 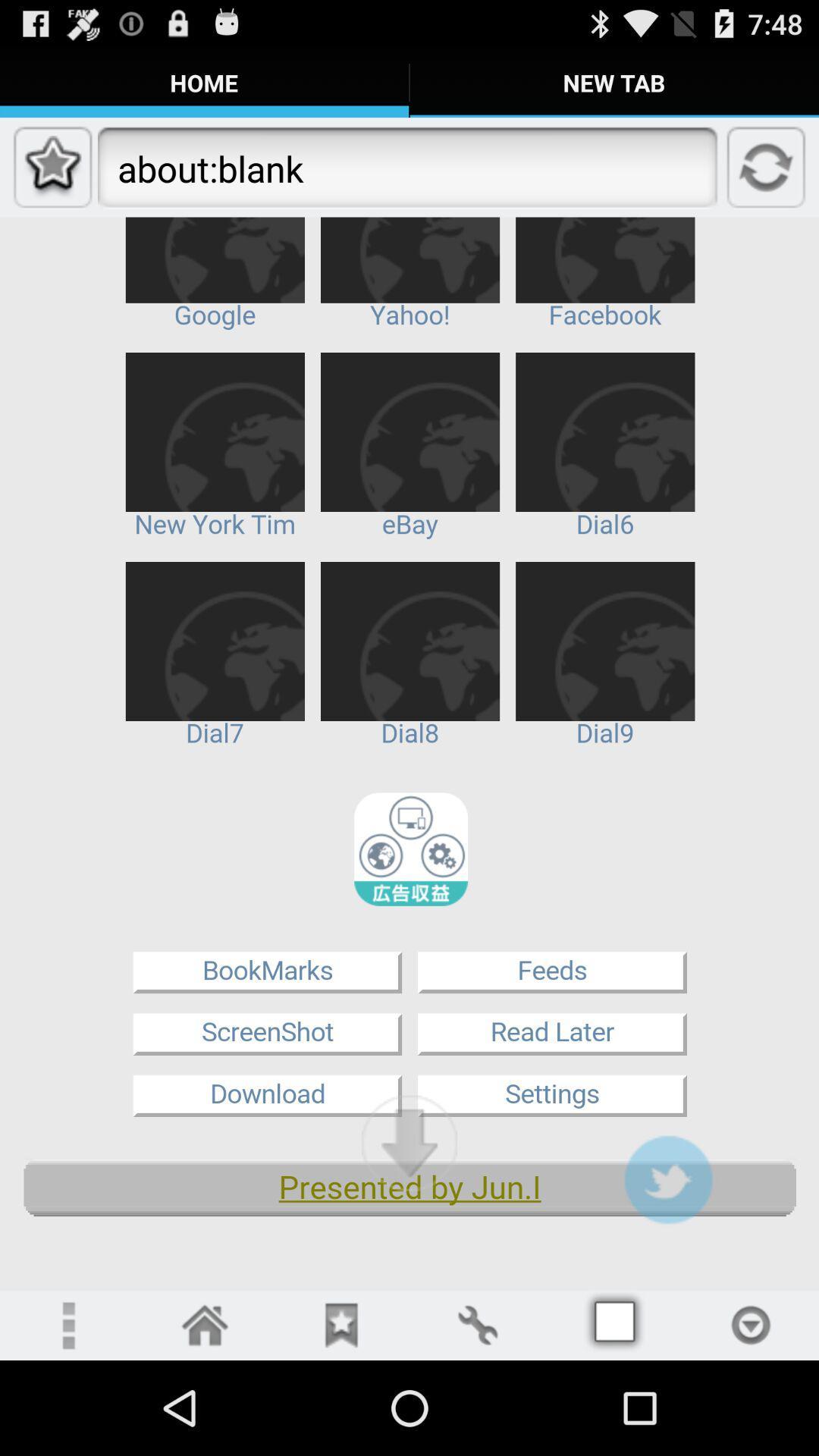 I want to click on option button, so click(x=751, y=1324).